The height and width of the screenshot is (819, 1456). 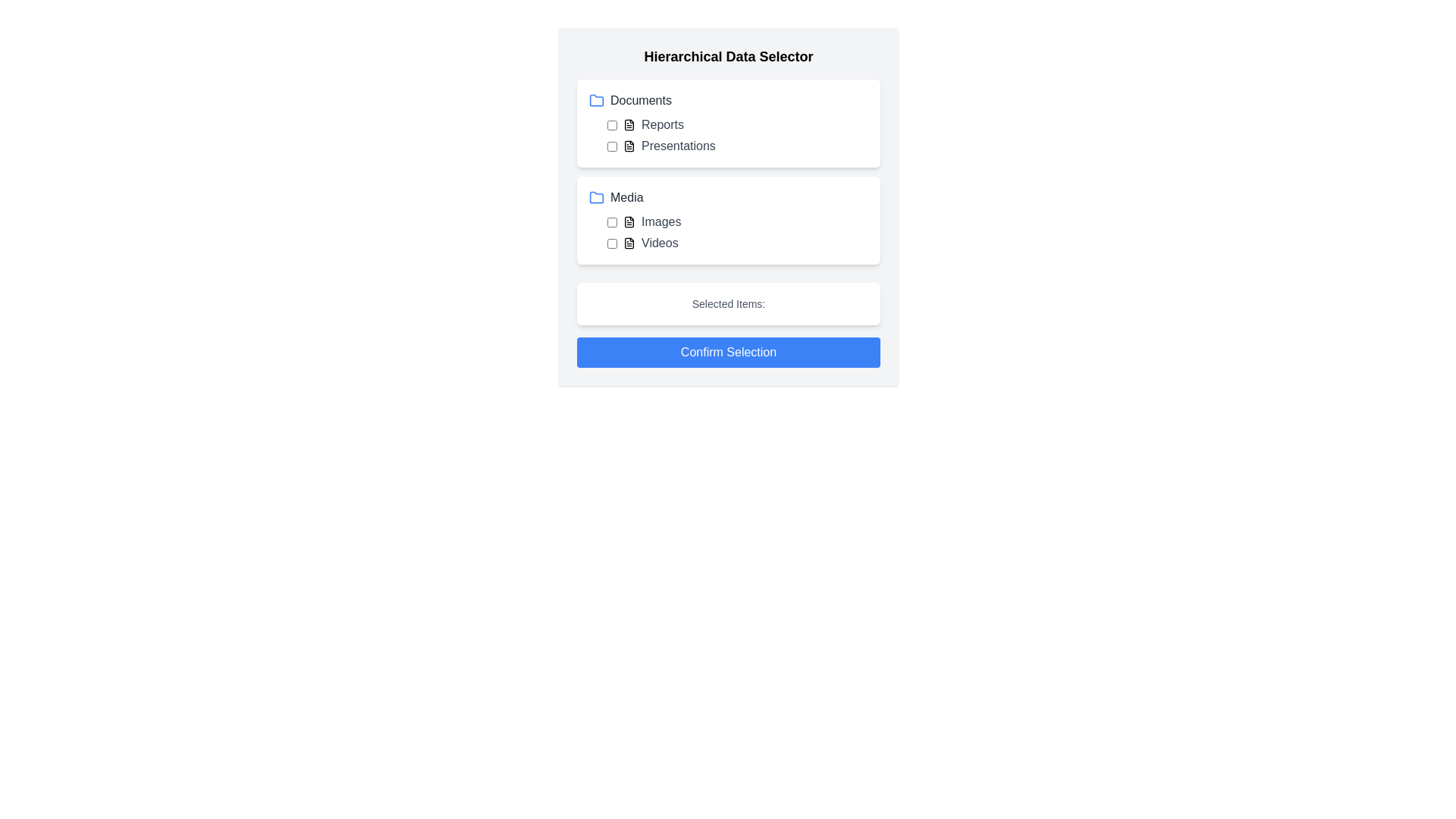 I want to click on the label indicating the section titled 'Selected Items:' which is a white box with rounded corners located above the blue 'Confirm Selection' button, so click(x=728, y=304).